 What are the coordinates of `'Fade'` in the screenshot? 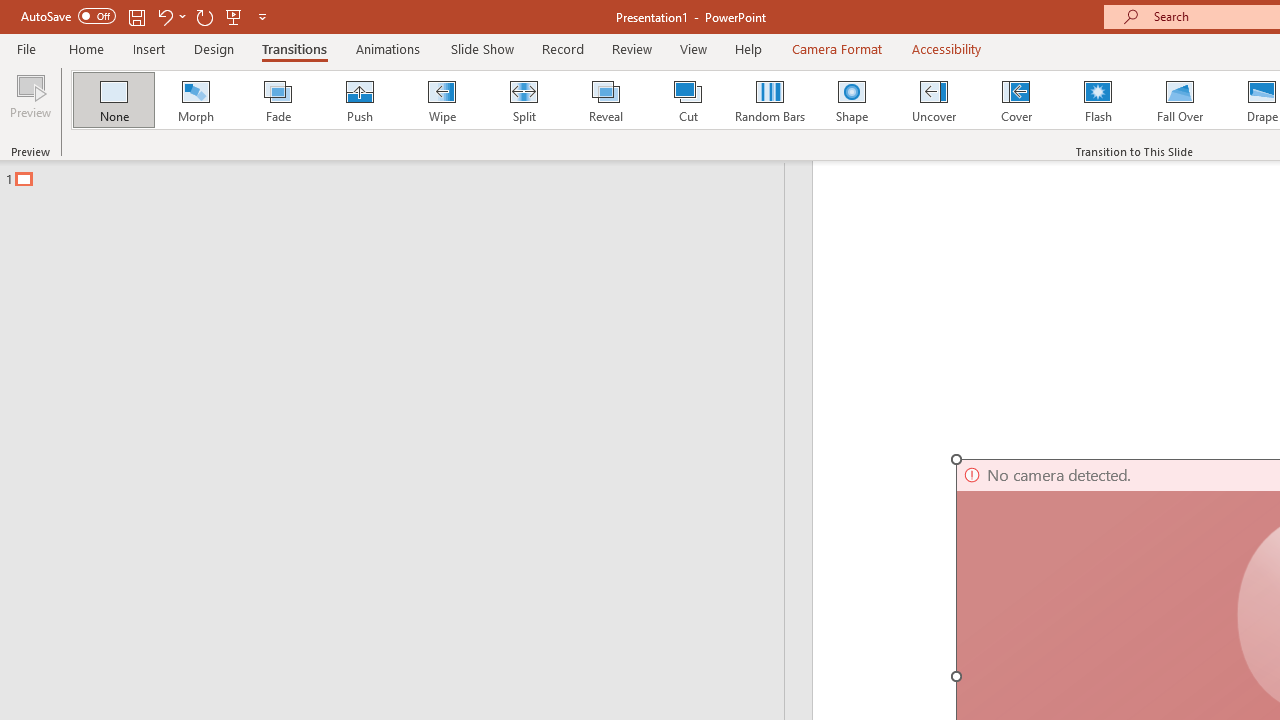 It's located at (276, 100).